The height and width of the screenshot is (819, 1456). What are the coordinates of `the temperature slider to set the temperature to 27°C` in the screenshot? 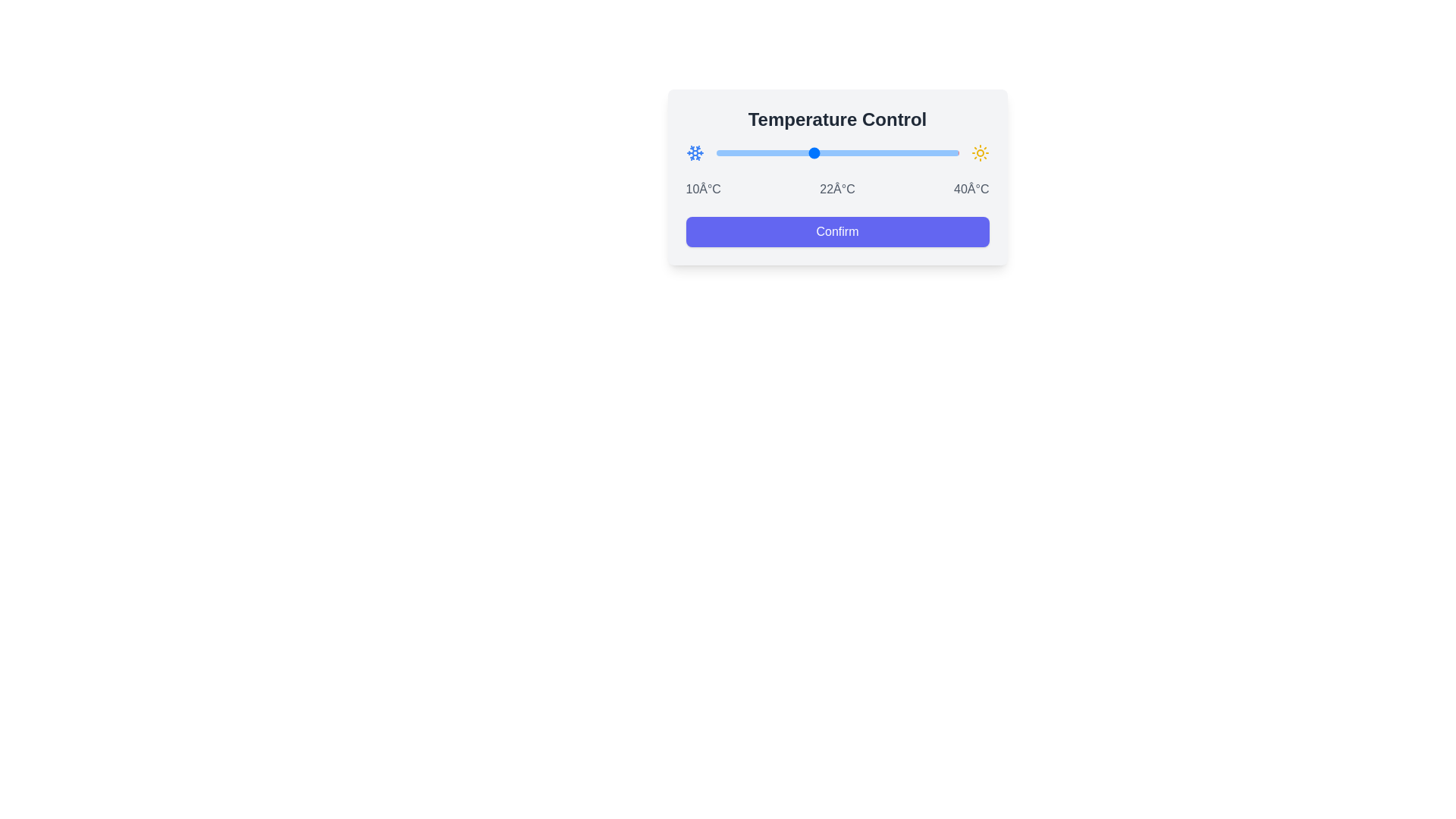 It's located at (853, 152).